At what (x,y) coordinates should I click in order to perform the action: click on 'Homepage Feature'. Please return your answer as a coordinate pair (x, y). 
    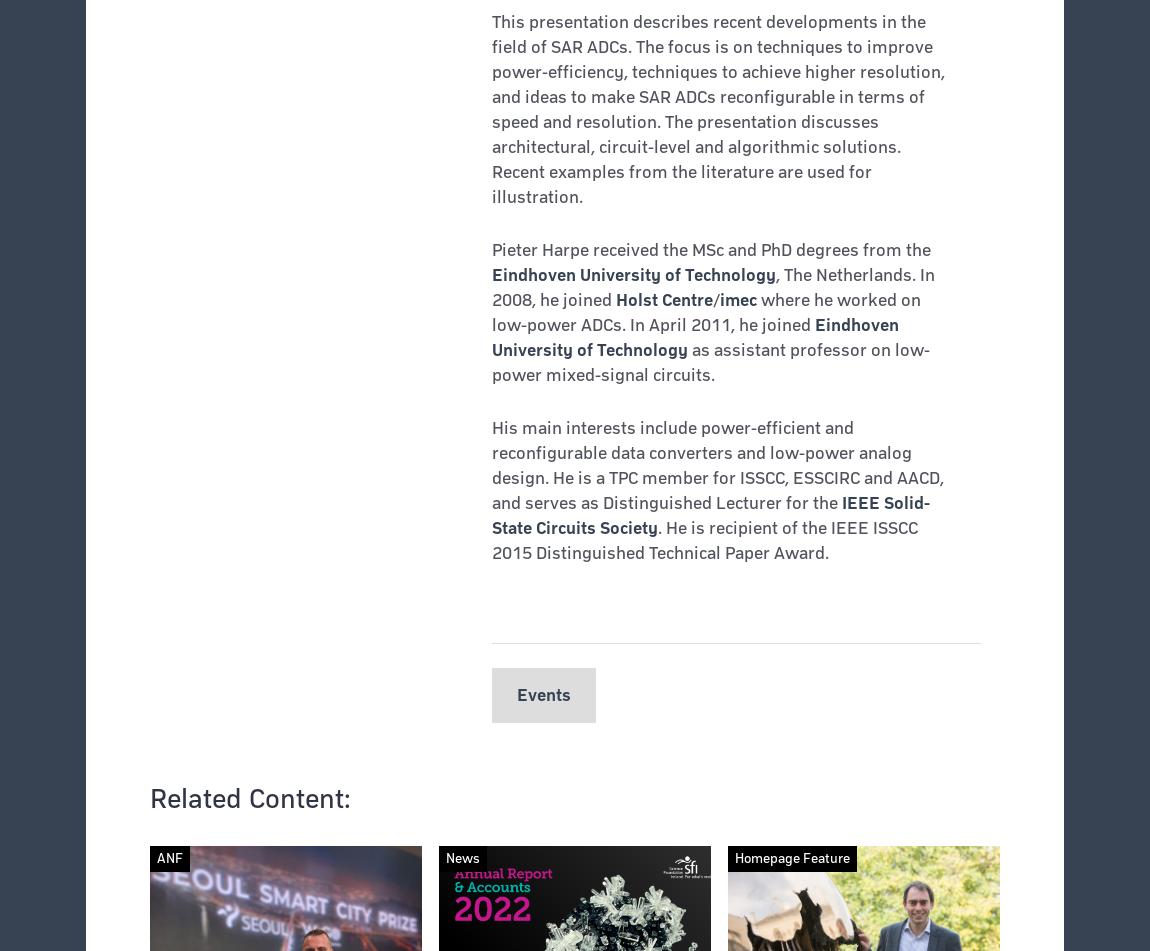
    Looking at the image, I should click on (791, 857).